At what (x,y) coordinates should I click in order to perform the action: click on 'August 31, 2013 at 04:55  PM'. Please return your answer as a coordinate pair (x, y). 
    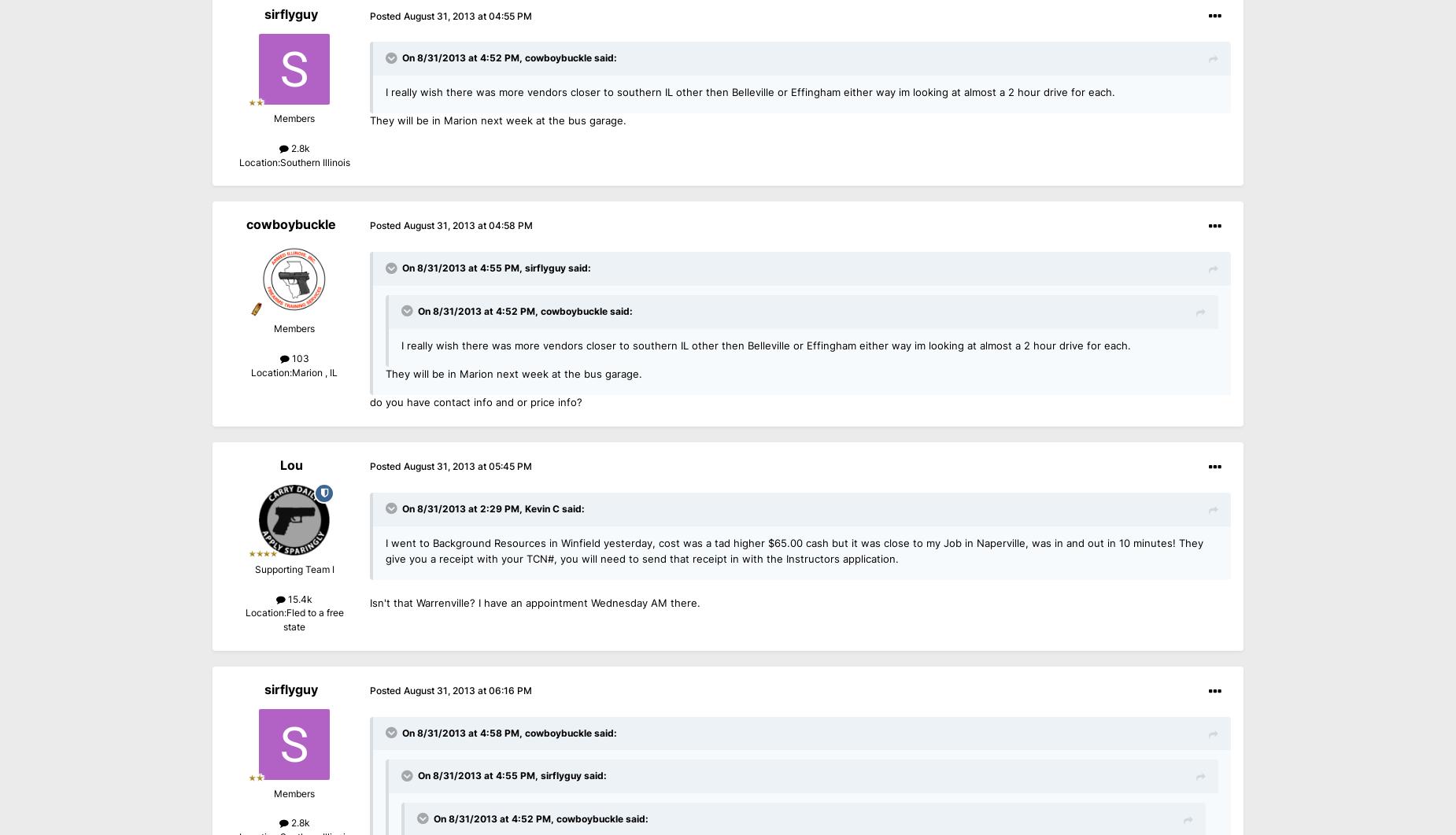
    Looking at the image, I should click on (467, 16).